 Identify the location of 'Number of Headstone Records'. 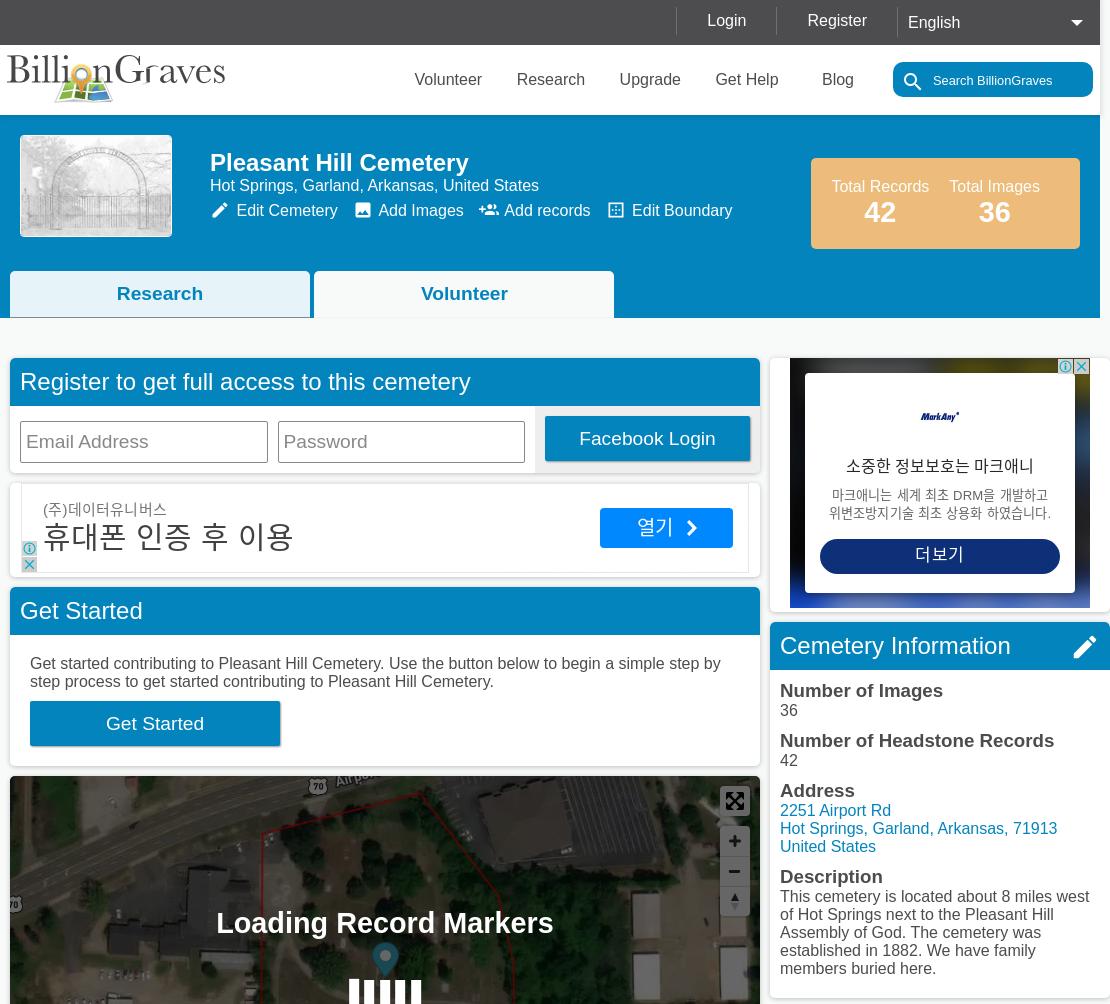
(916, 739).